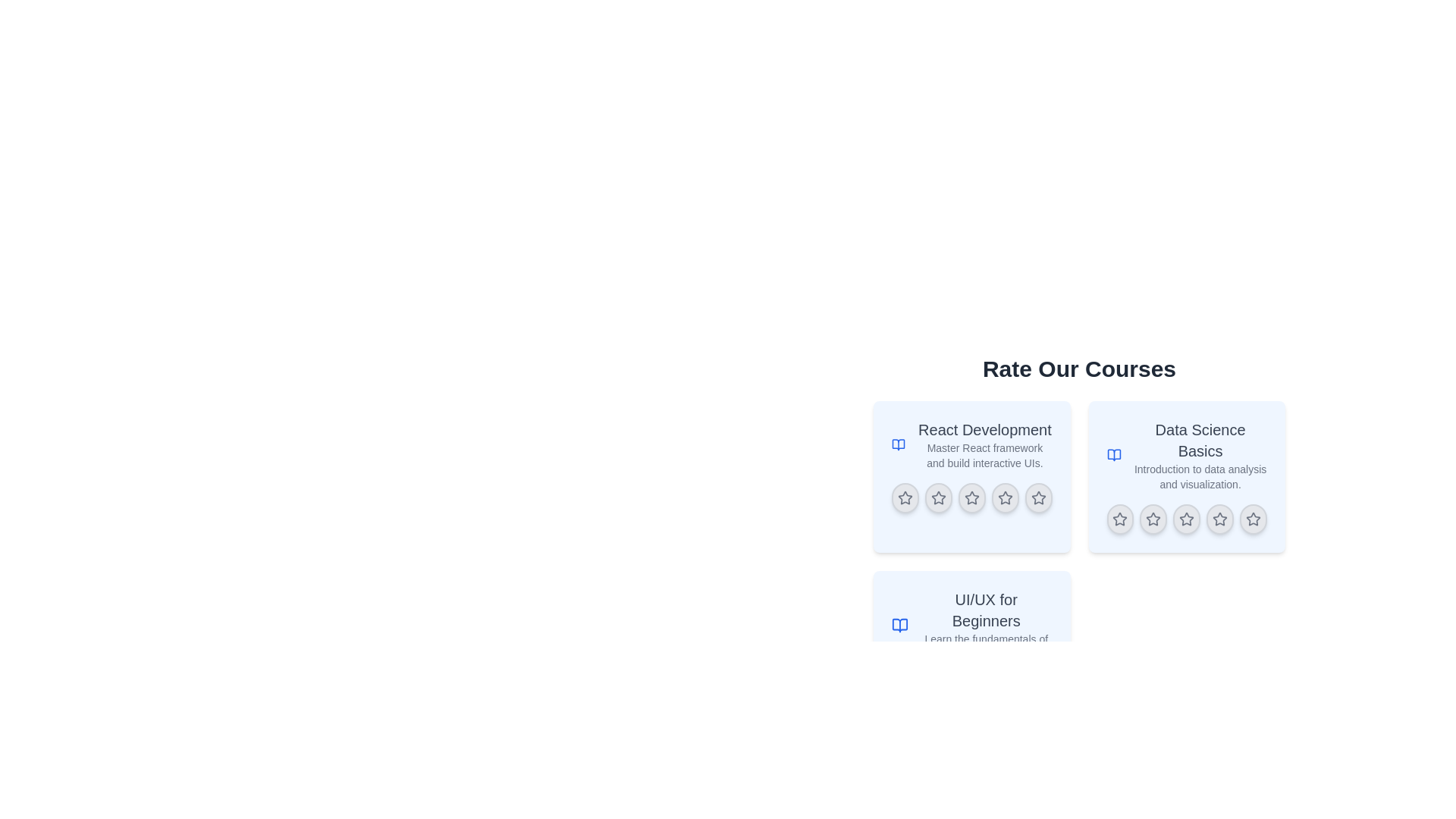  I want to click on the fifth star rating icon for the 'Data Science Basics' course, so click(1254, 518).